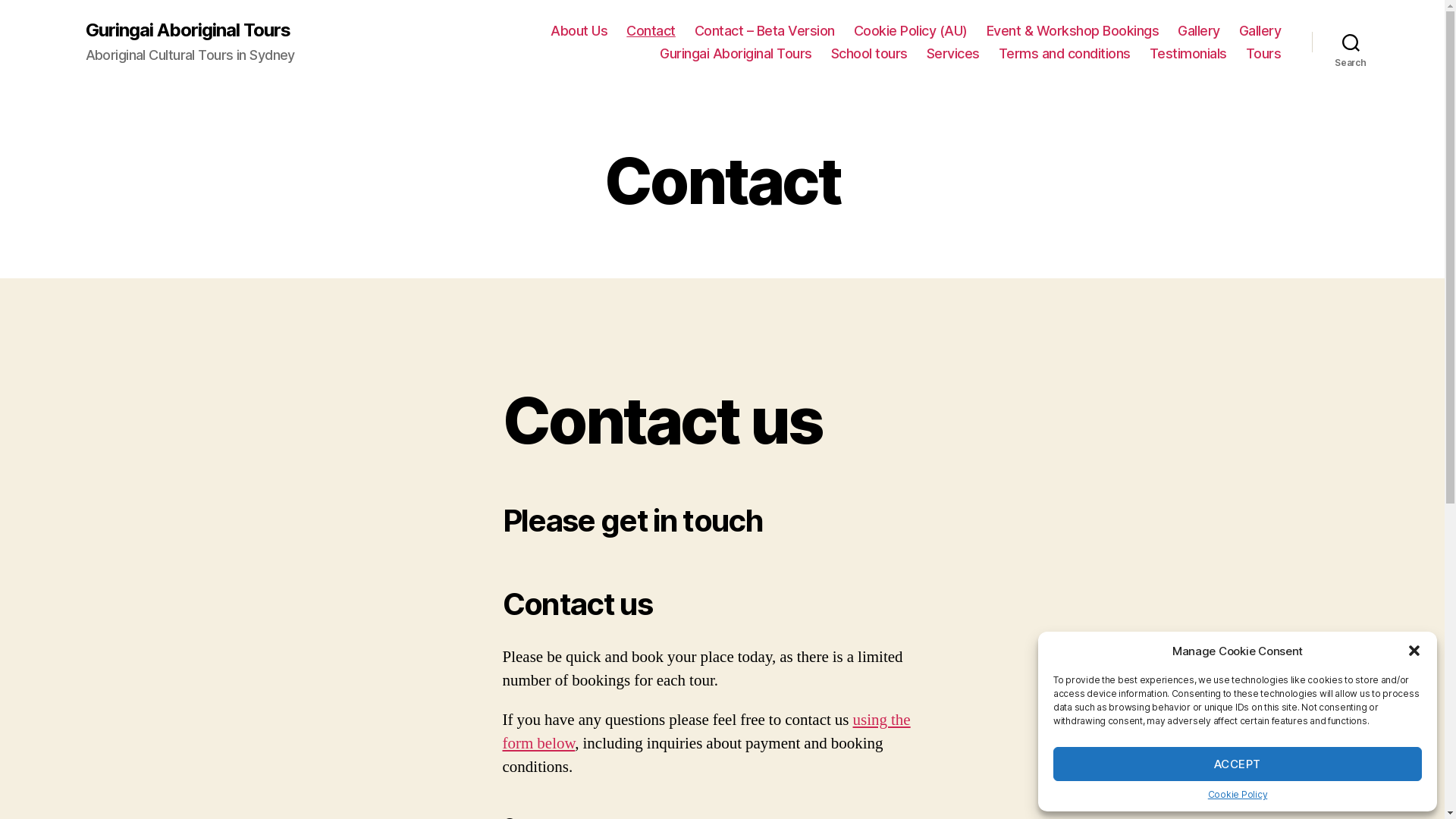 The height and width of the screenshot is (819, 1456). I want to click on 'Terms and conditions', so click(998, 52).